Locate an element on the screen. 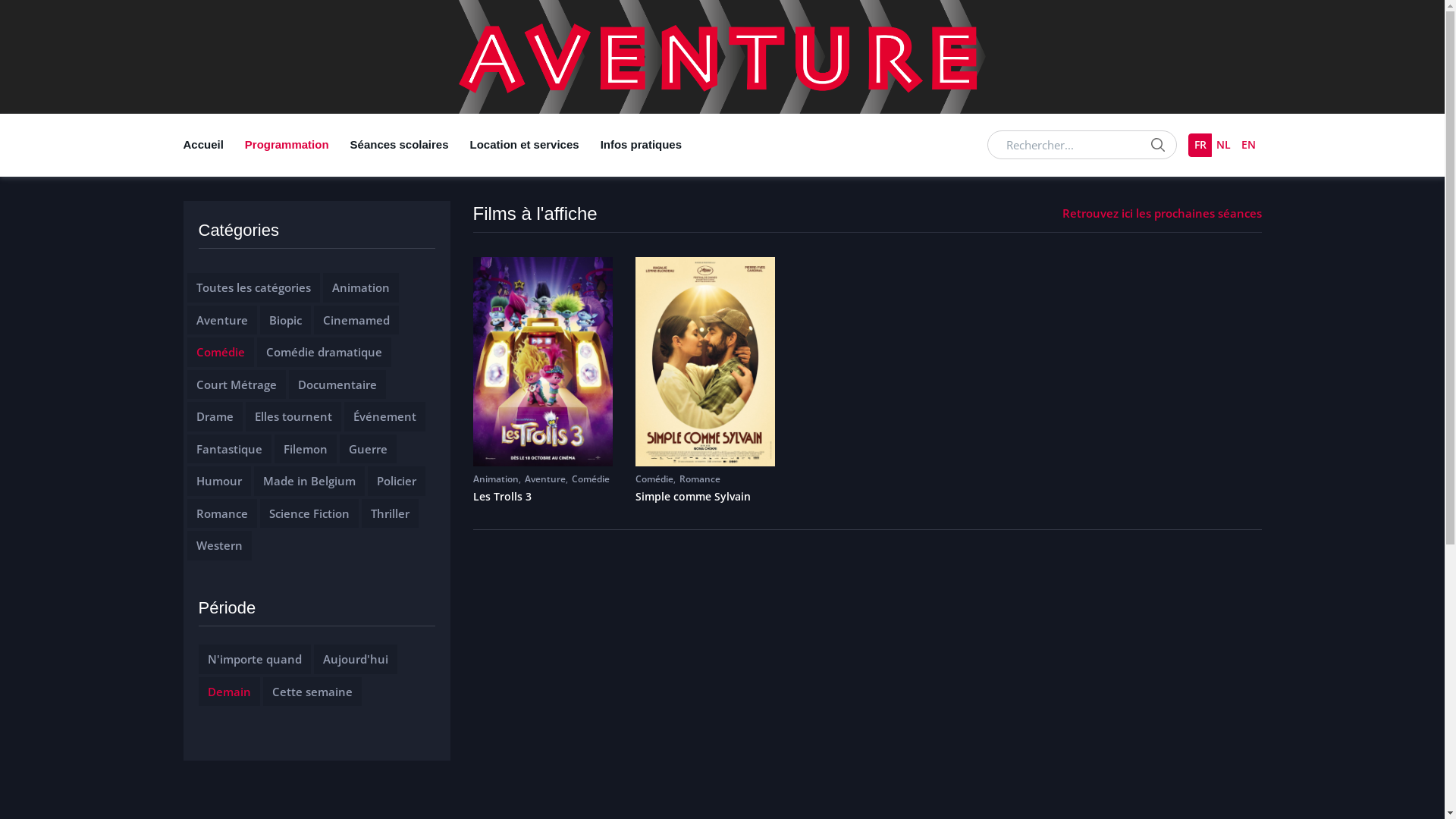  'Guerre' is located at coordinates (348, 447).